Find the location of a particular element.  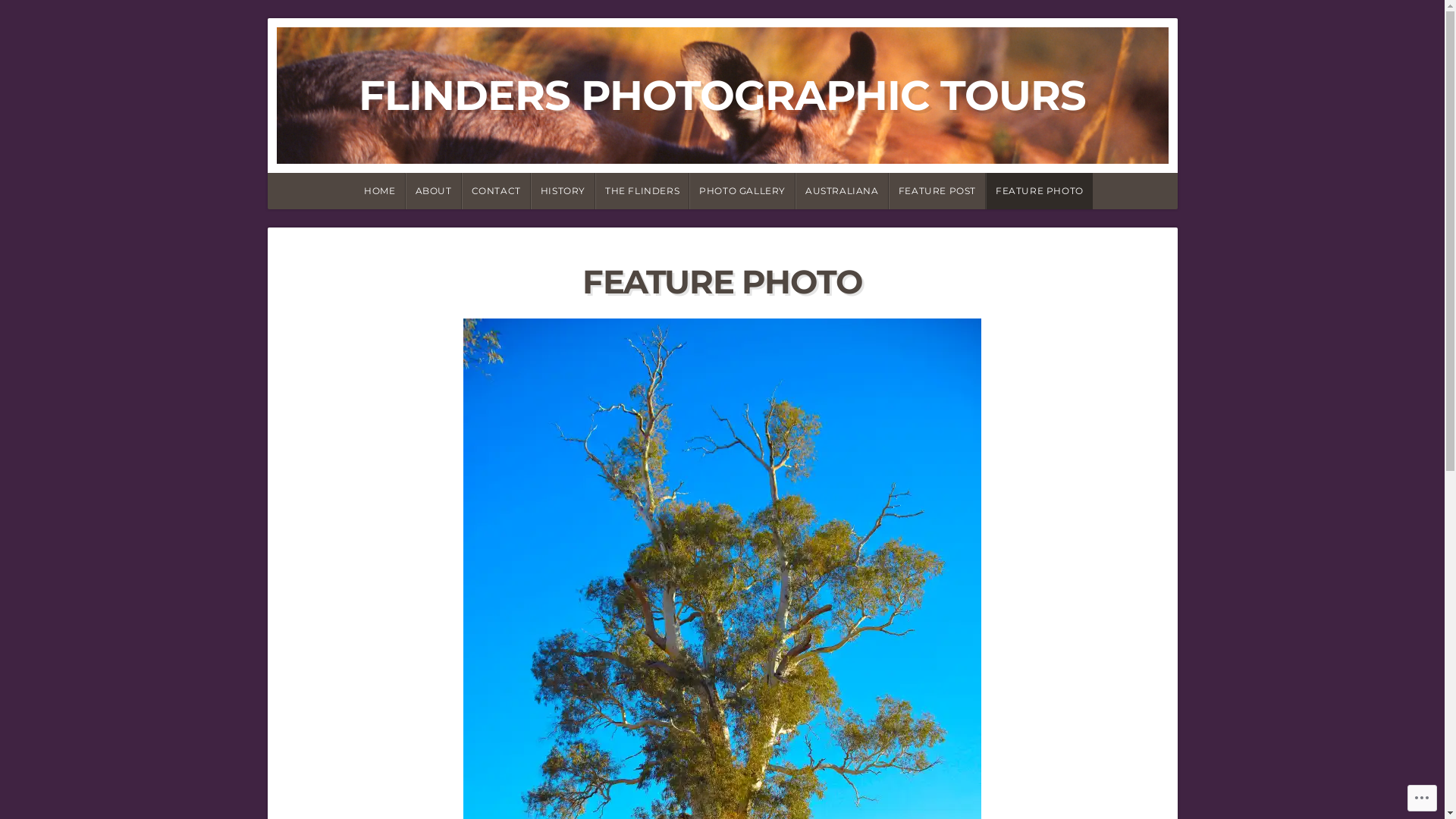

'PHOTO GALLERY' is located at coordinates (742, 190).